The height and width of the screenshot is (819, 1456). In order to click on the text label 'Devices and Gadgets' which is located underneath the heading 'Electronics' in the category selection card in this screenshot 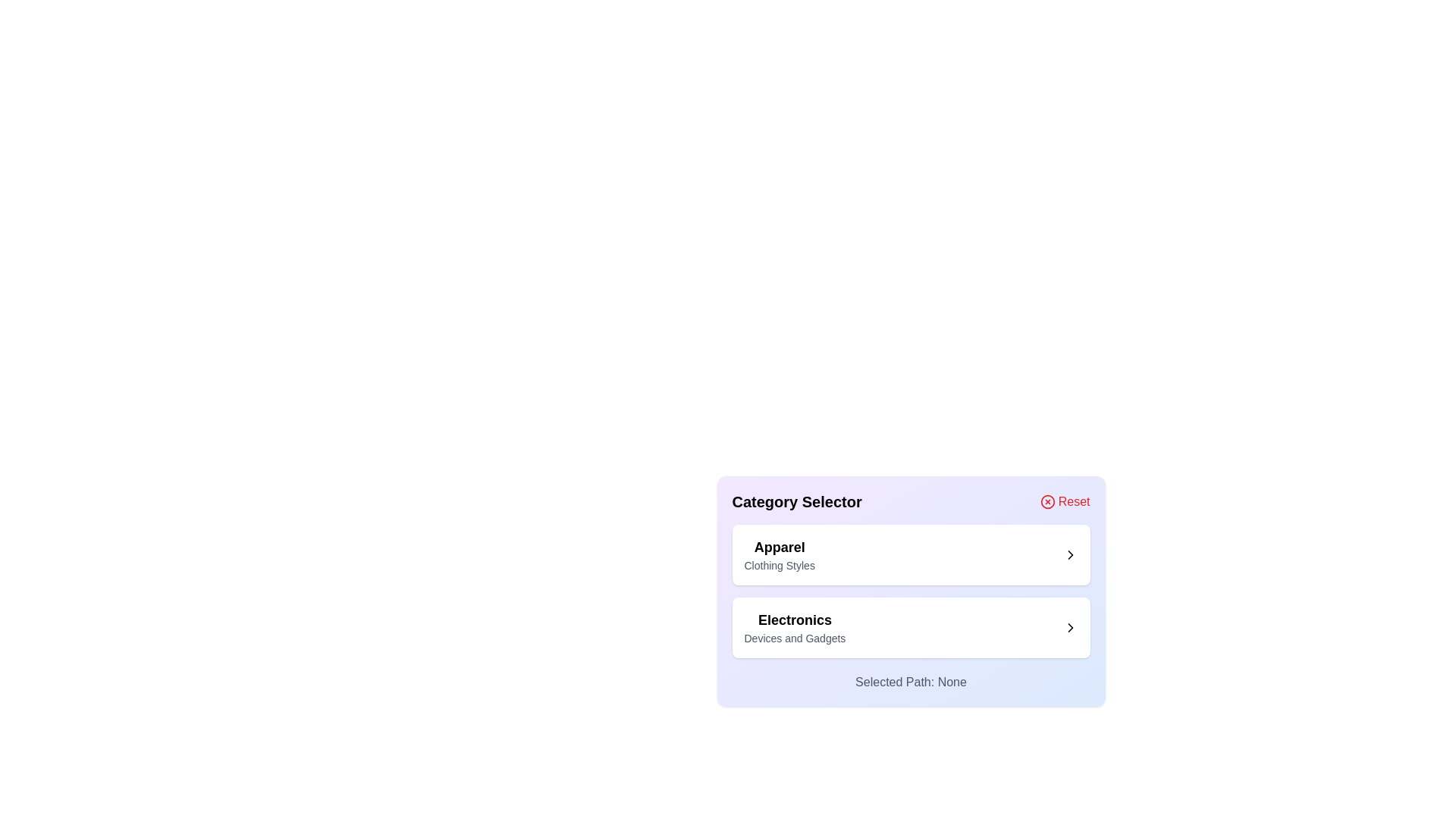, I will do `click(794, 638)`.